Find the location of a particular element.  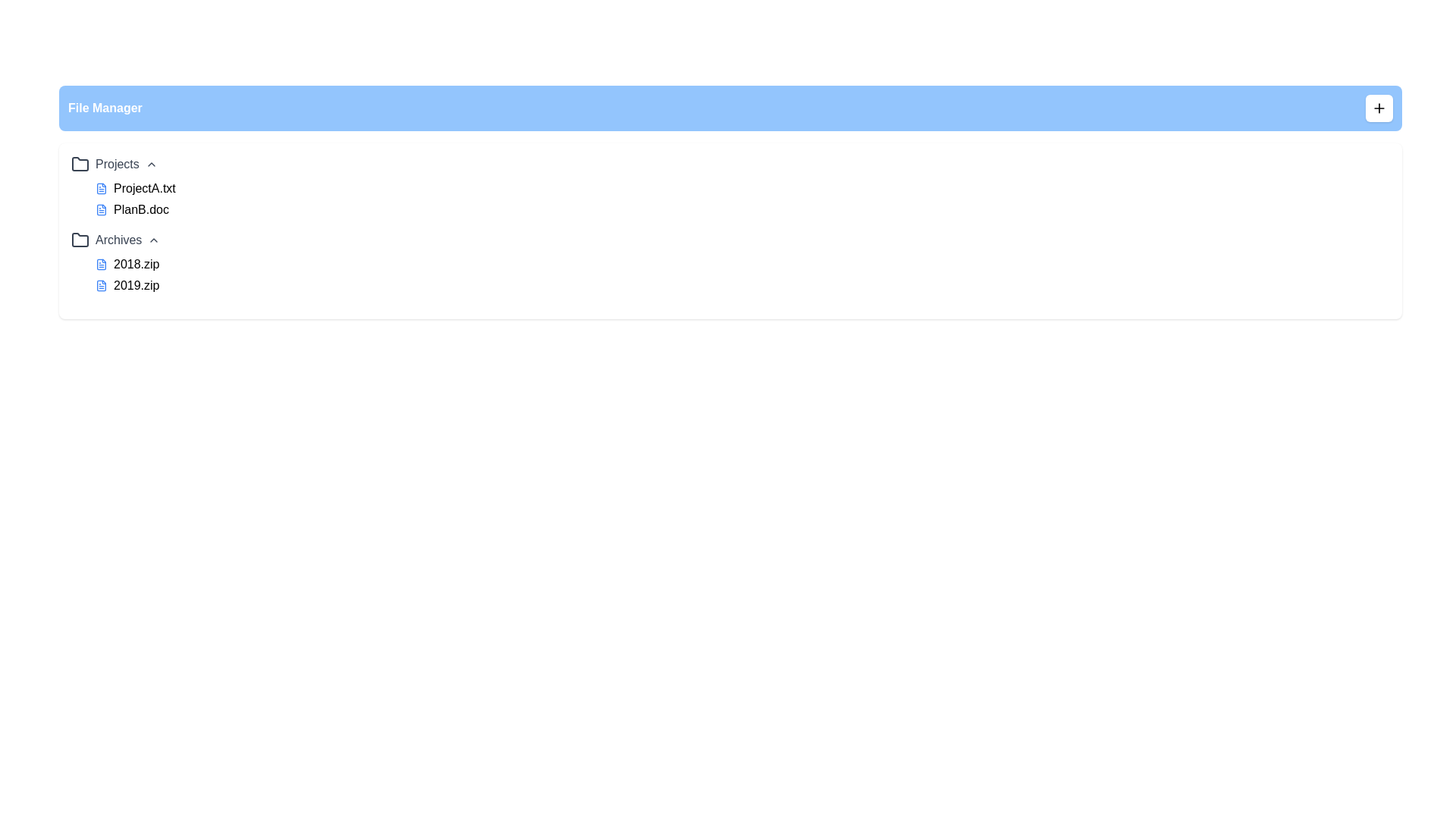

the document icon with a folded corner that is blue and located to the left of the '2019.zip' text in the file manager section under the 'Archives' folder is located at coordinates (101, 286).